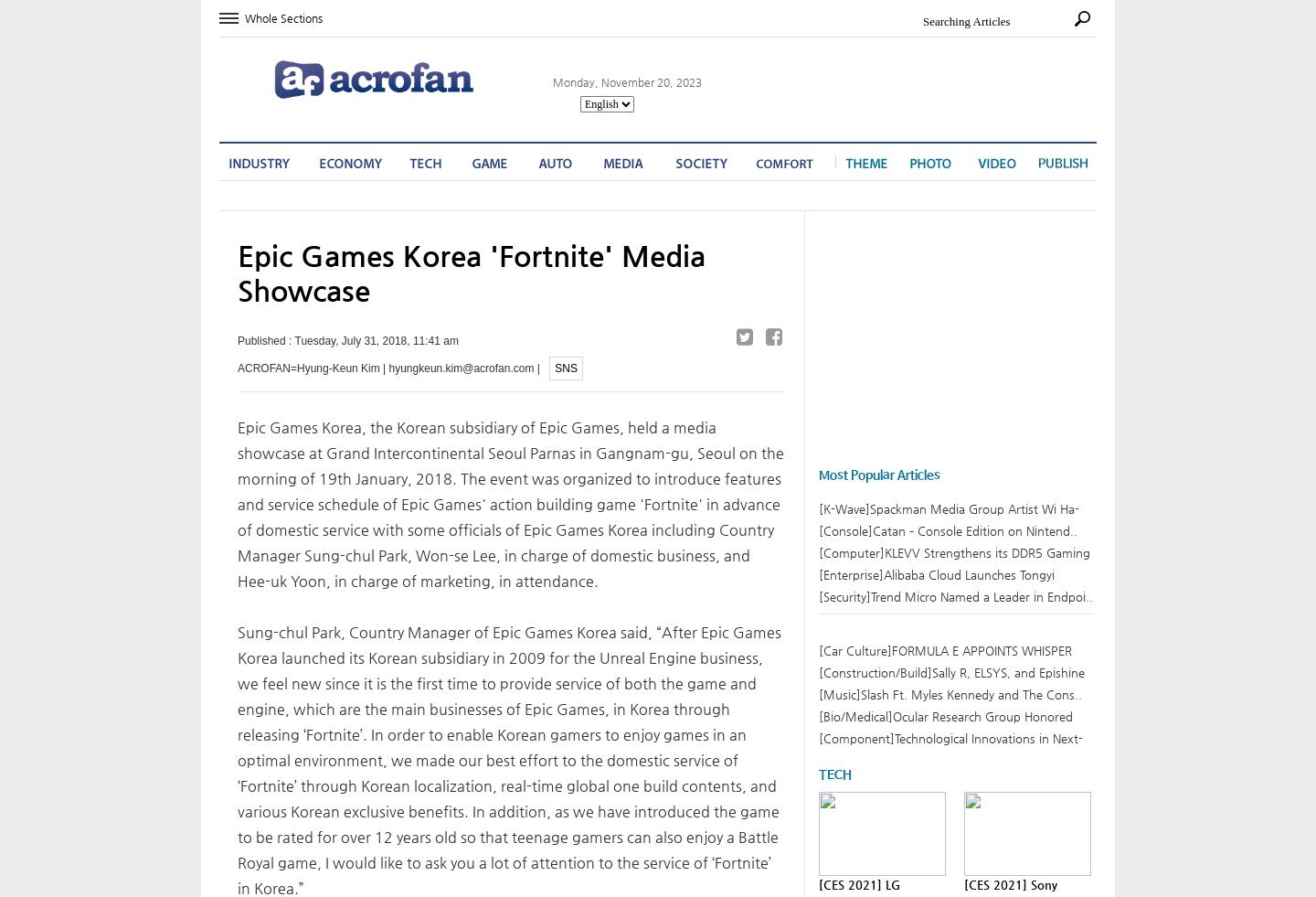 The width and height of the screenshot is (1316, 897). I want to click on 'Published : Tuesday, July 31, 2018, 11:41 am', so click(346, 338).